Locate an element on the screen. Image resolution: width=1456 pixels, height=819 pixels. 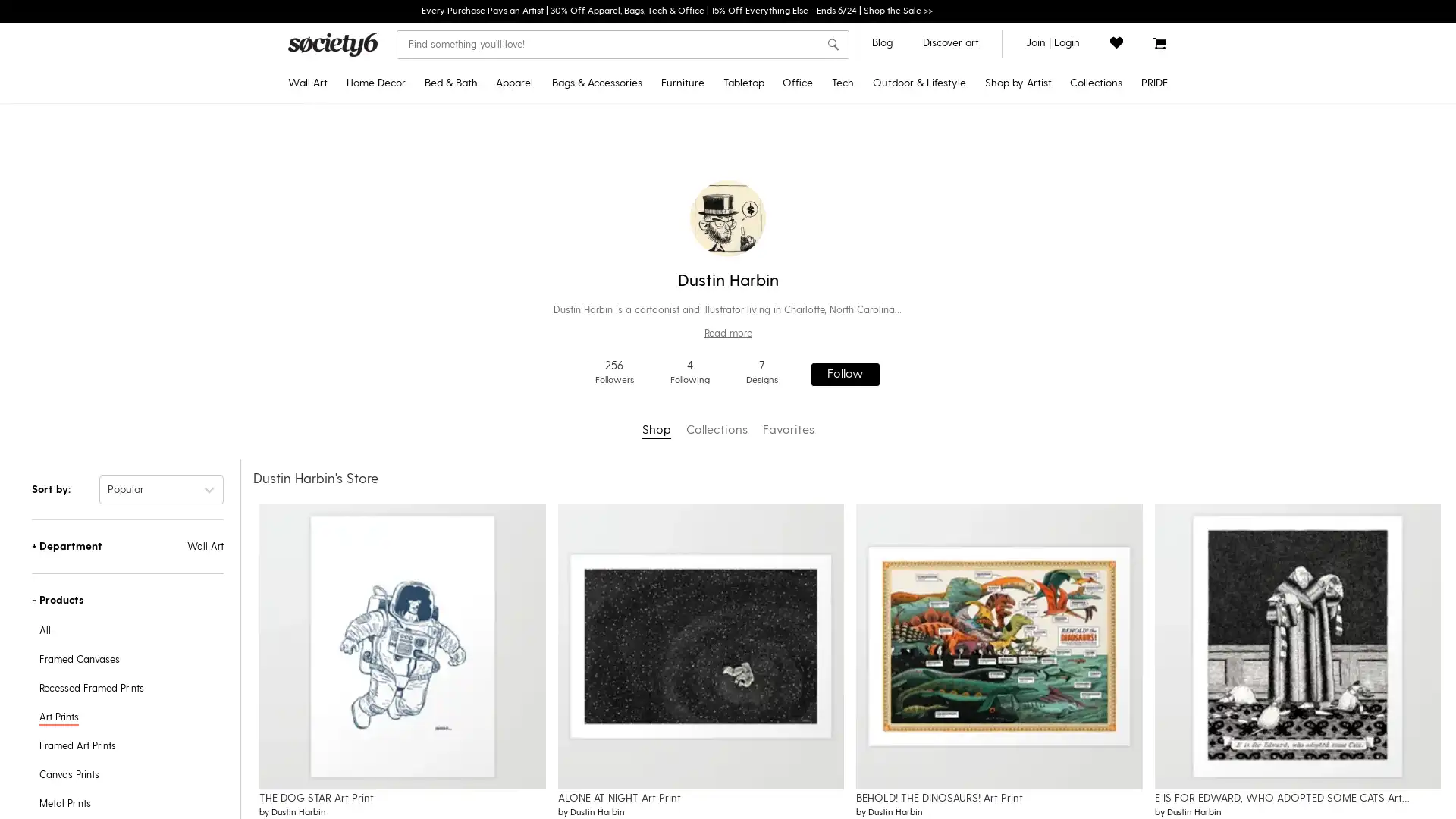
Welcome Mats is located at coordinates (939, 268).